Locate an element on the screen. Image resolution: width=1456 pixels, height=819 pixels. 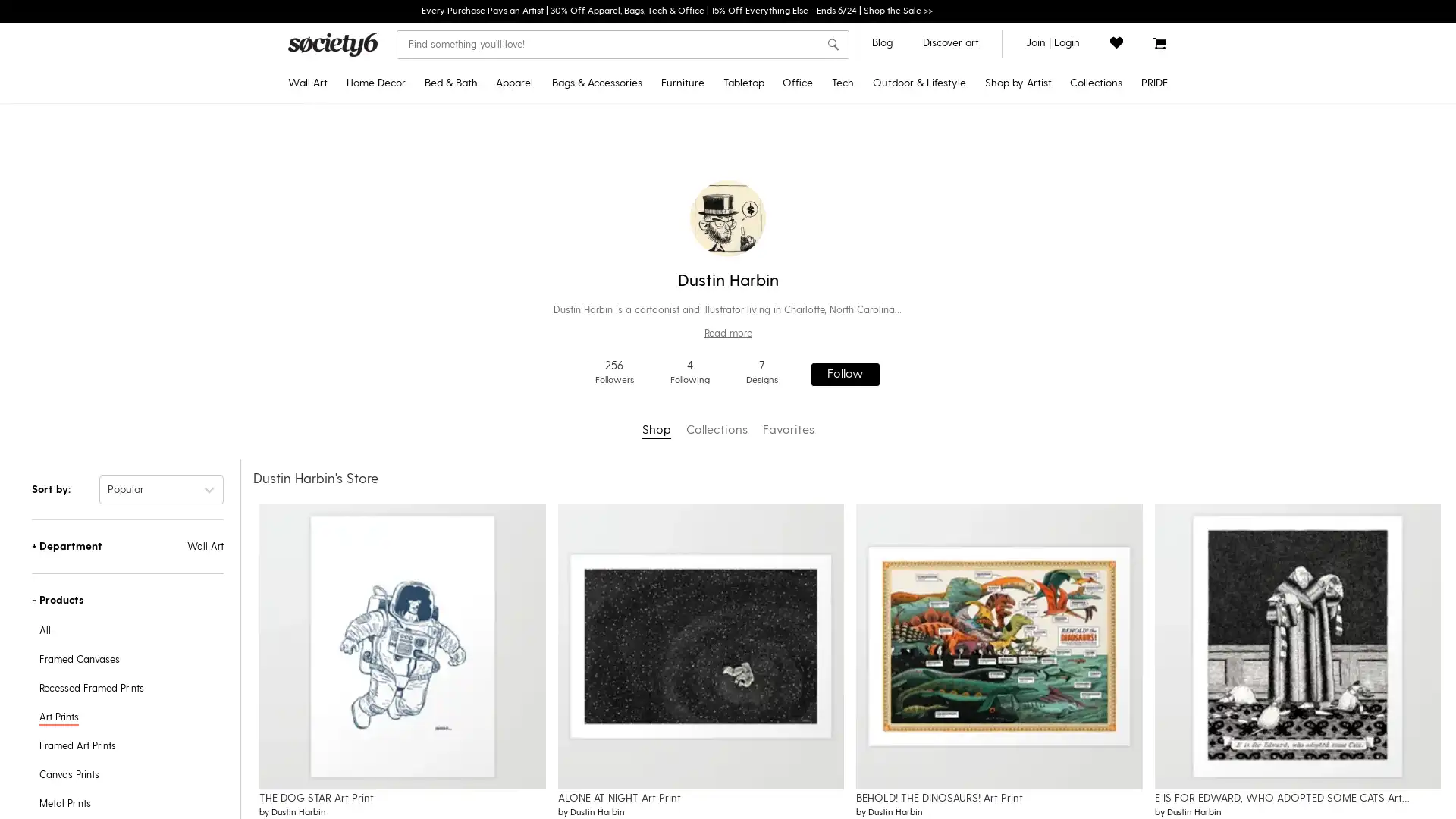
Welcome Mats is located at coordinates (939, 268).